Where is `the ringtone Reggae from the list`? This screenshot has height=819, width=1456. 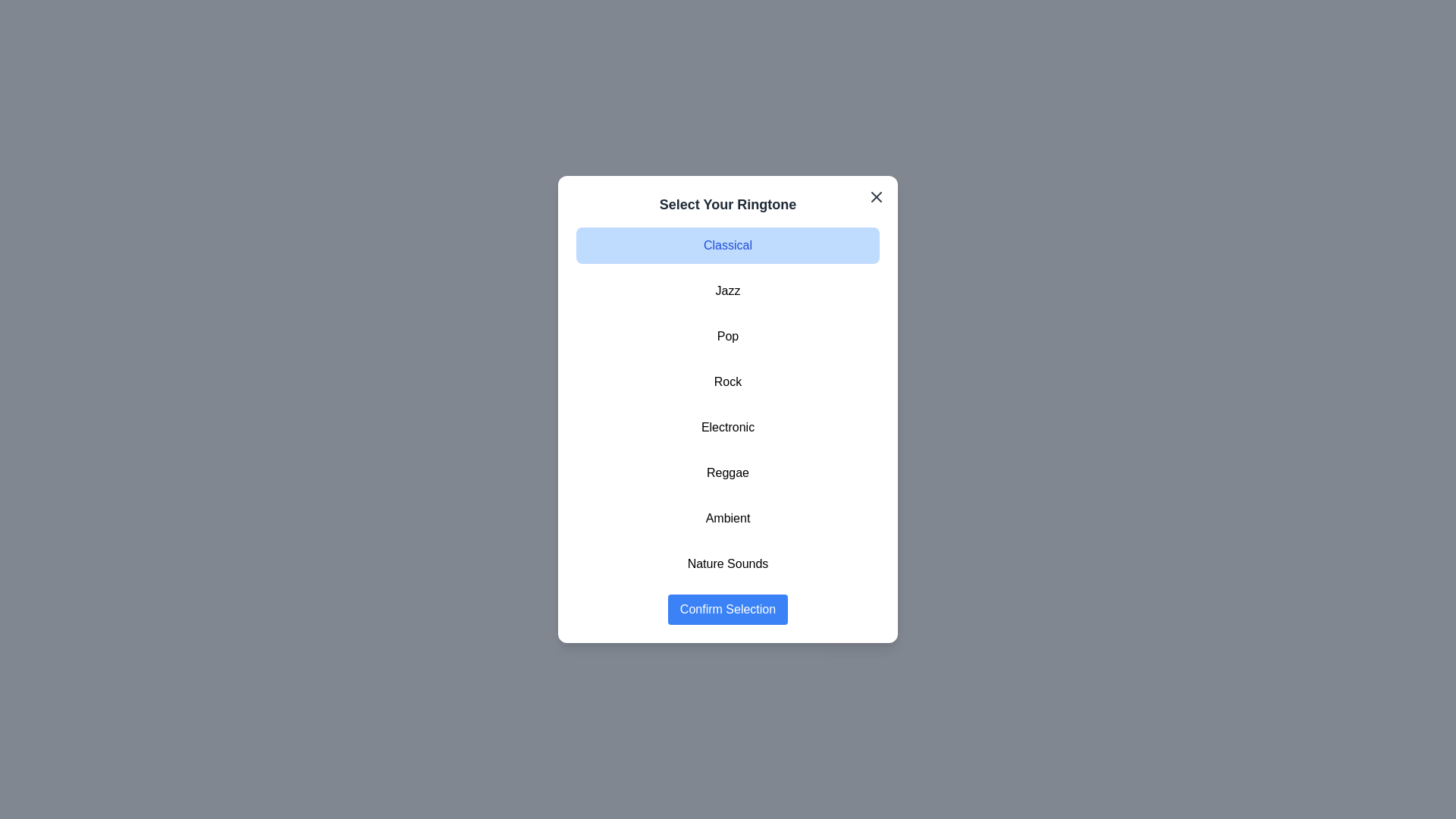 the ringtone Reggae from the list is located at coordinates (728, 472).